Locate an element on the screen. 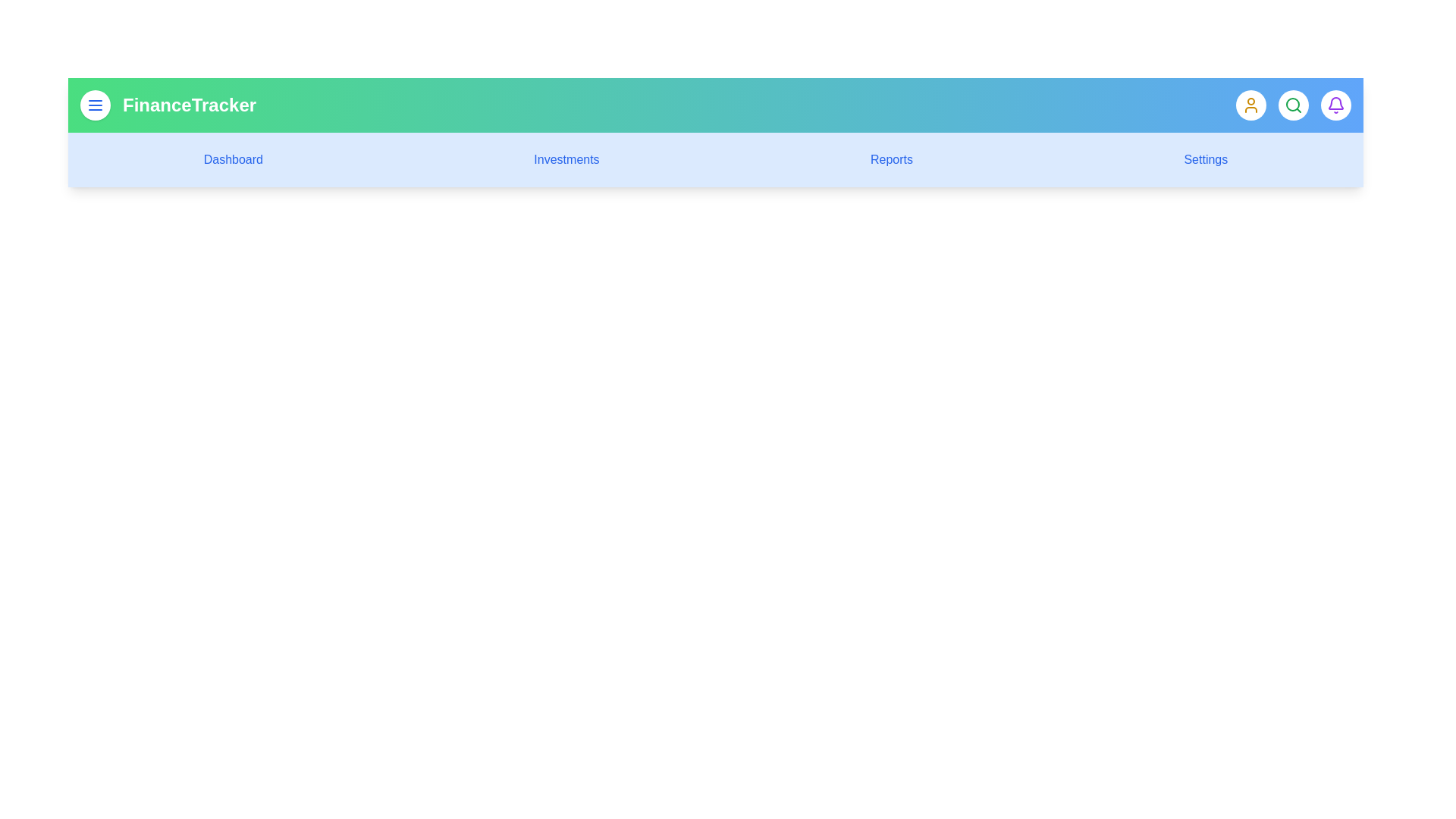  the menu button to toggle the menu visibility is located at coordinates (94, 104).